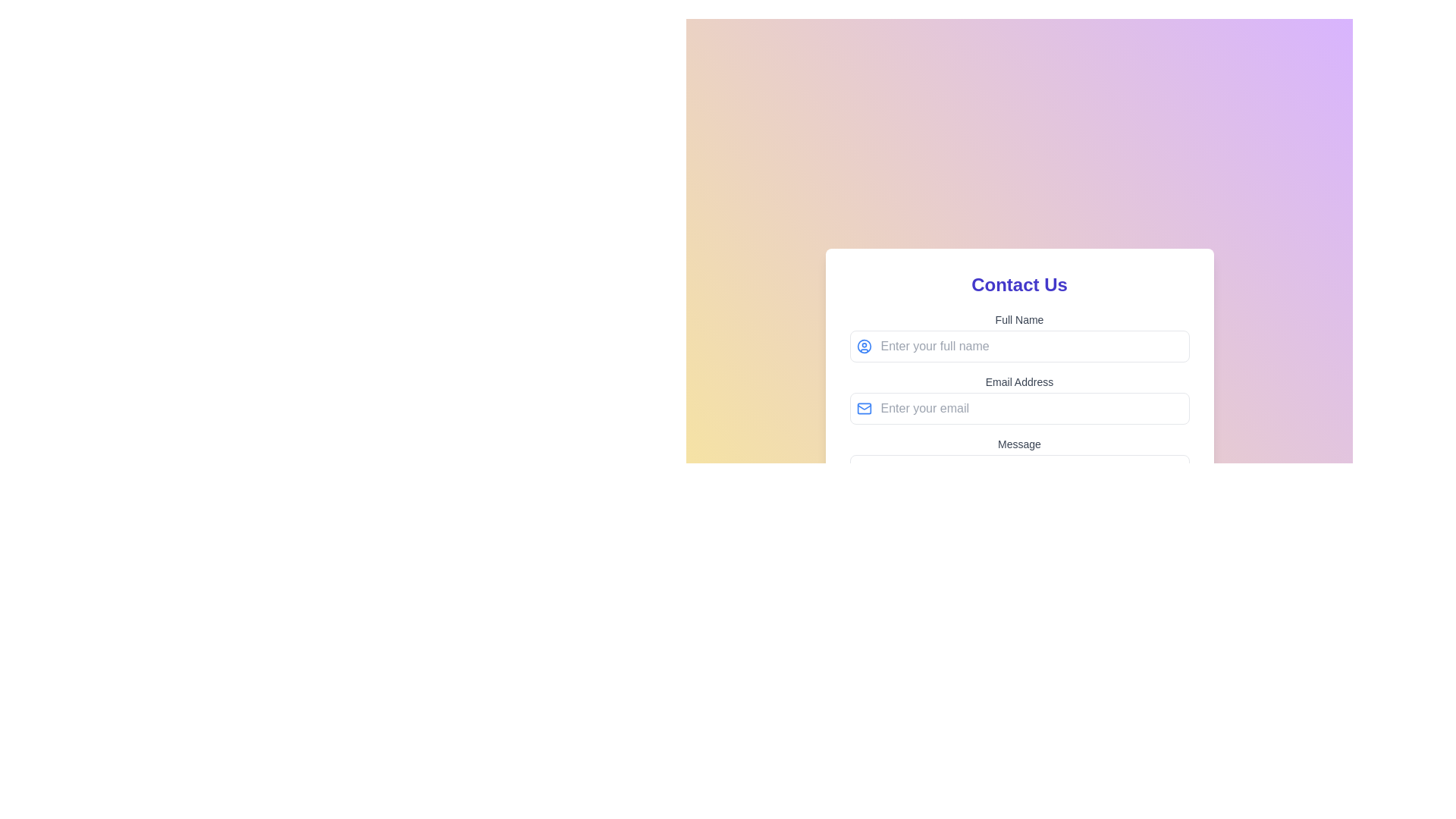 The image size is (1456, 819). What do you see at coordinates (1019, 318) in the screenshot?
I see `the 'Full Name' label text in the contact form interface, which is styled with a medium-sized gray font and positioned above the input field for entering full names` at bounding box center [1019, 318].